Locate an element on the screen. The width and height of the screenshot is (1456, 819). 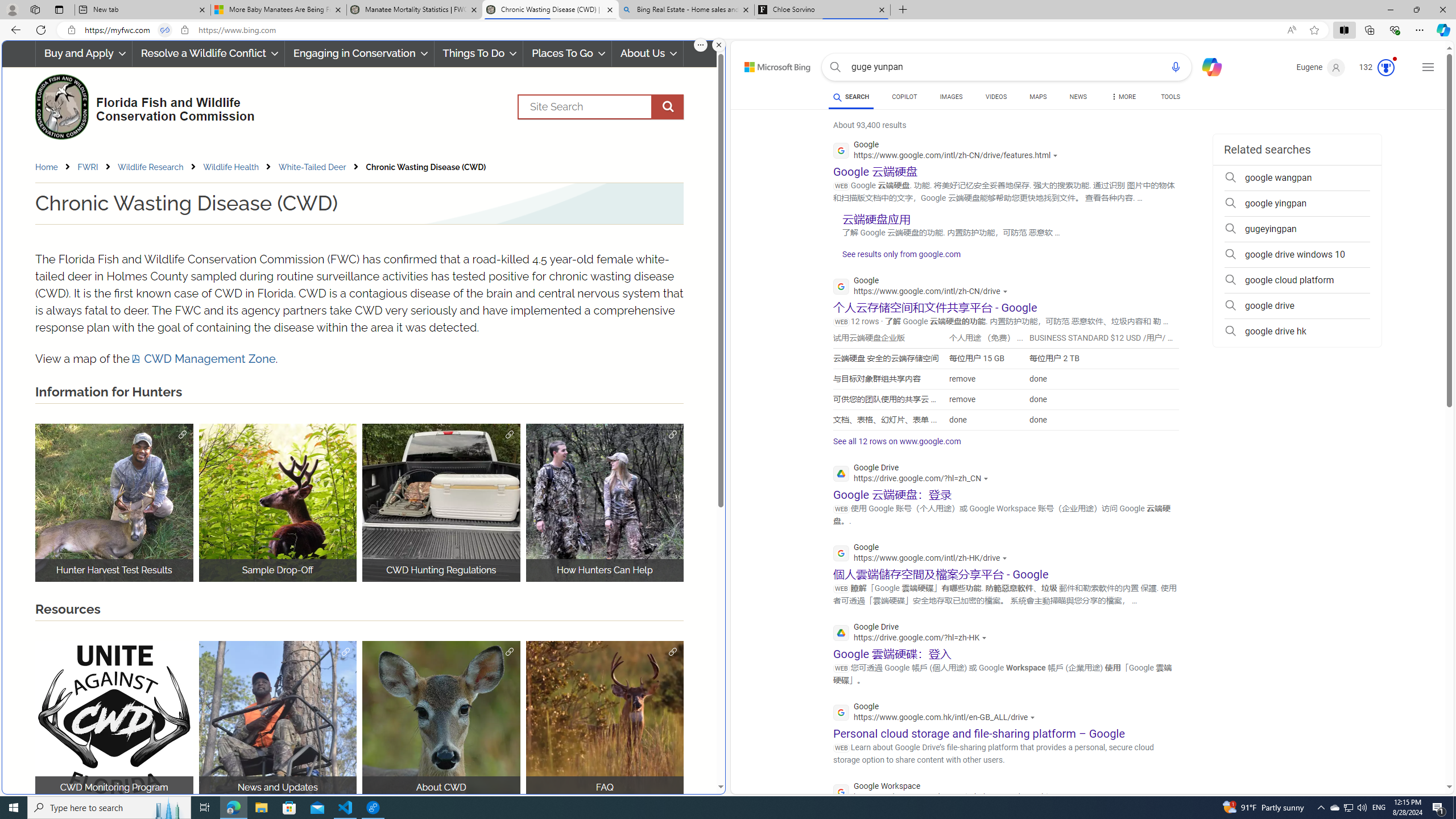
'Hunter Harvest Test Results Hunter Harvest' is located at coordinates (113, 502).